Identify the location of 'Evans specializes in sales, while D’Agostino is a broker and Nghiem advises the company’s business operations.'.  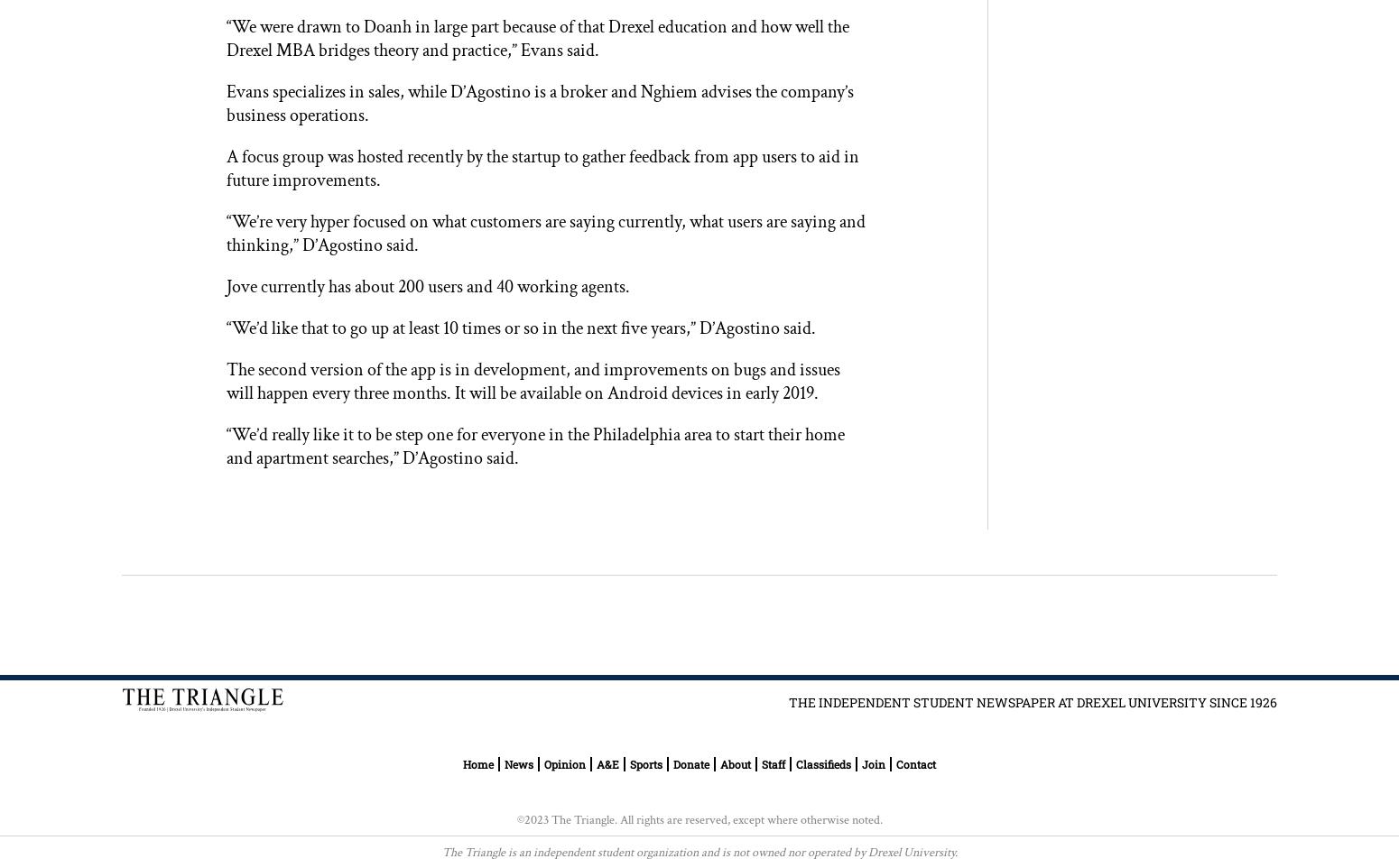
(539, 102).